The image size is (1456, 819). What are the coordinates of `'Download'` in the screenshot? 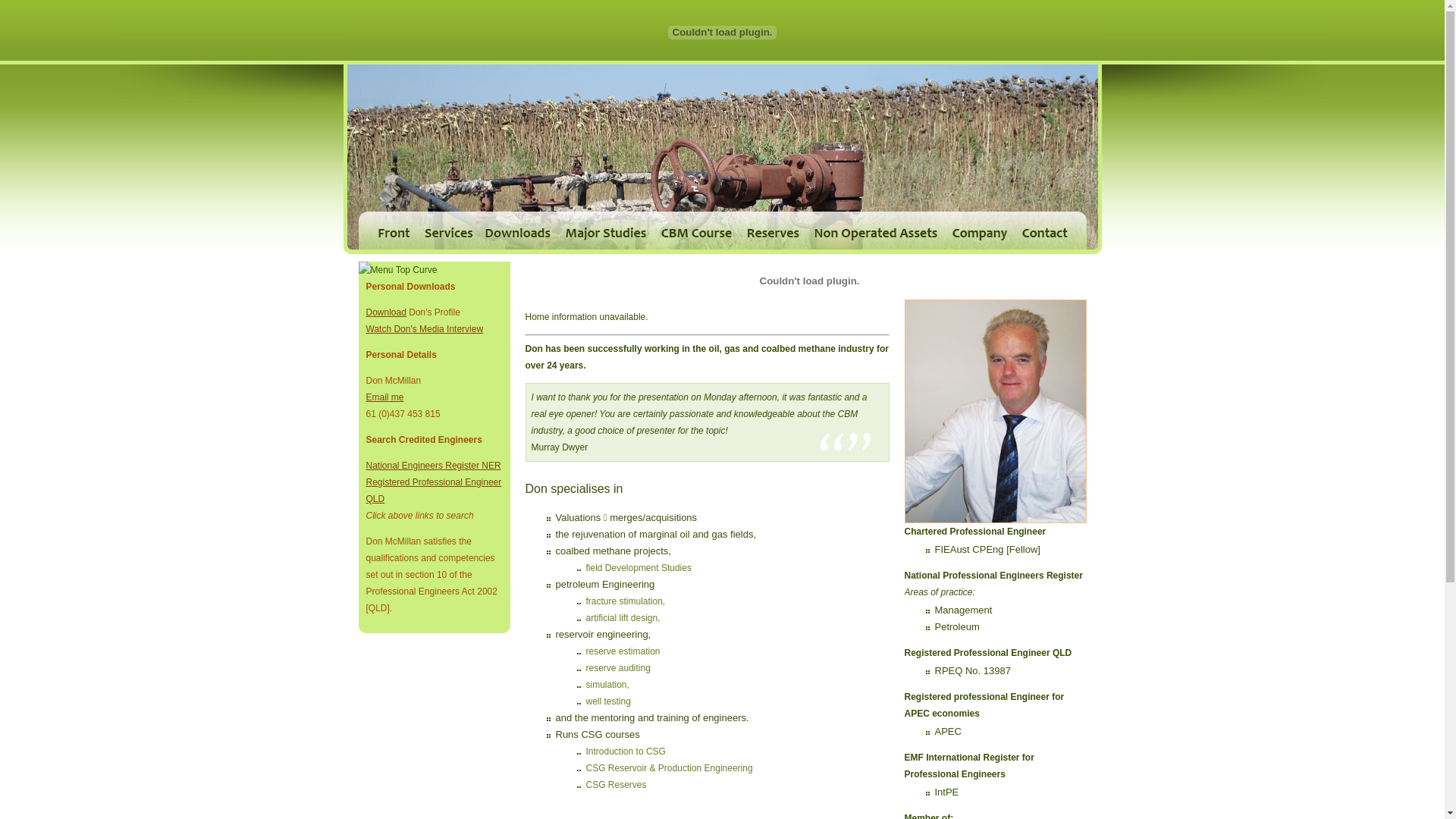 It's located at (385, 312).